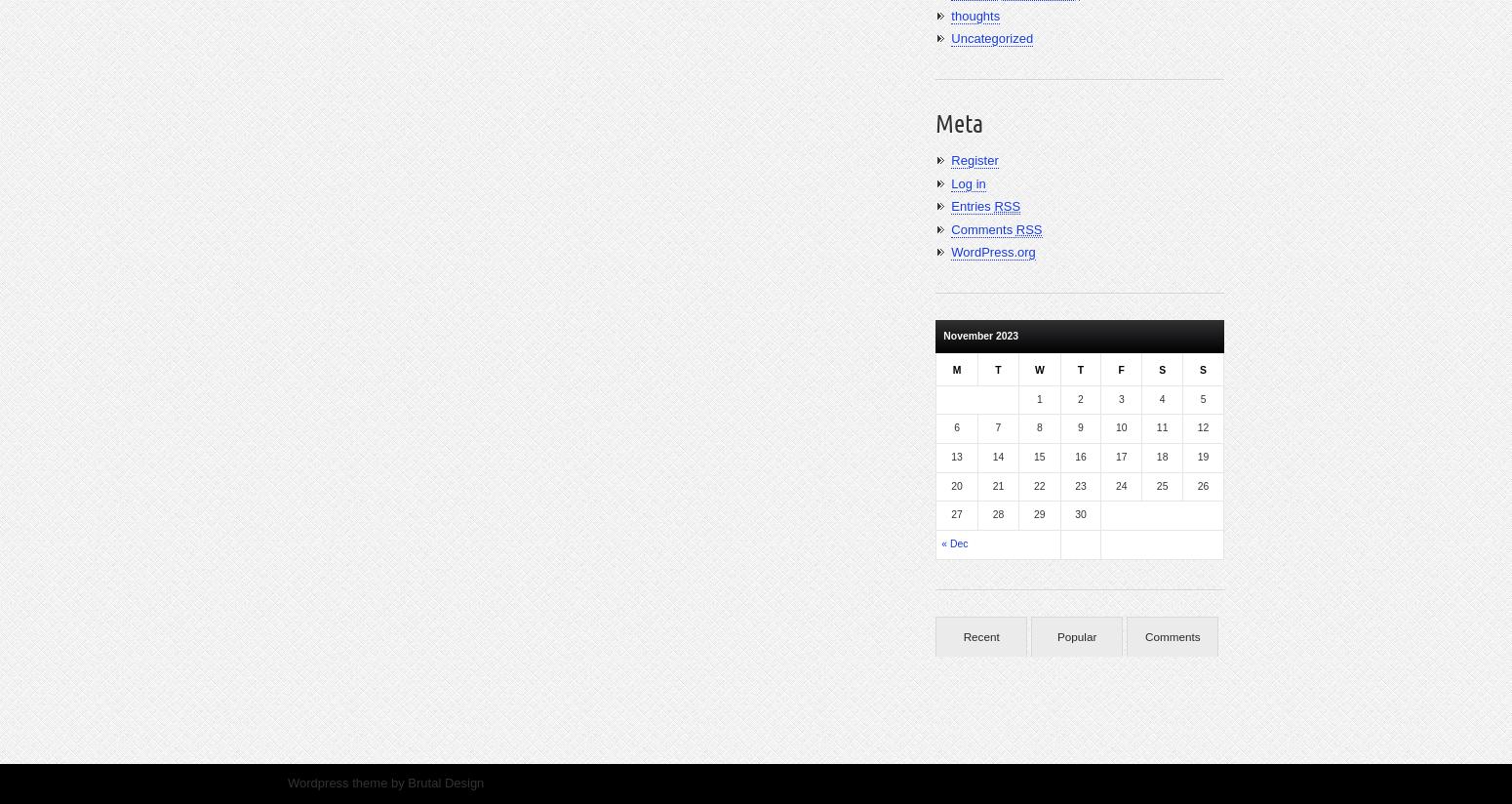  Describe the element at coordinates (979, 335) in the screenshot. I see `'November 2023'` at that location.